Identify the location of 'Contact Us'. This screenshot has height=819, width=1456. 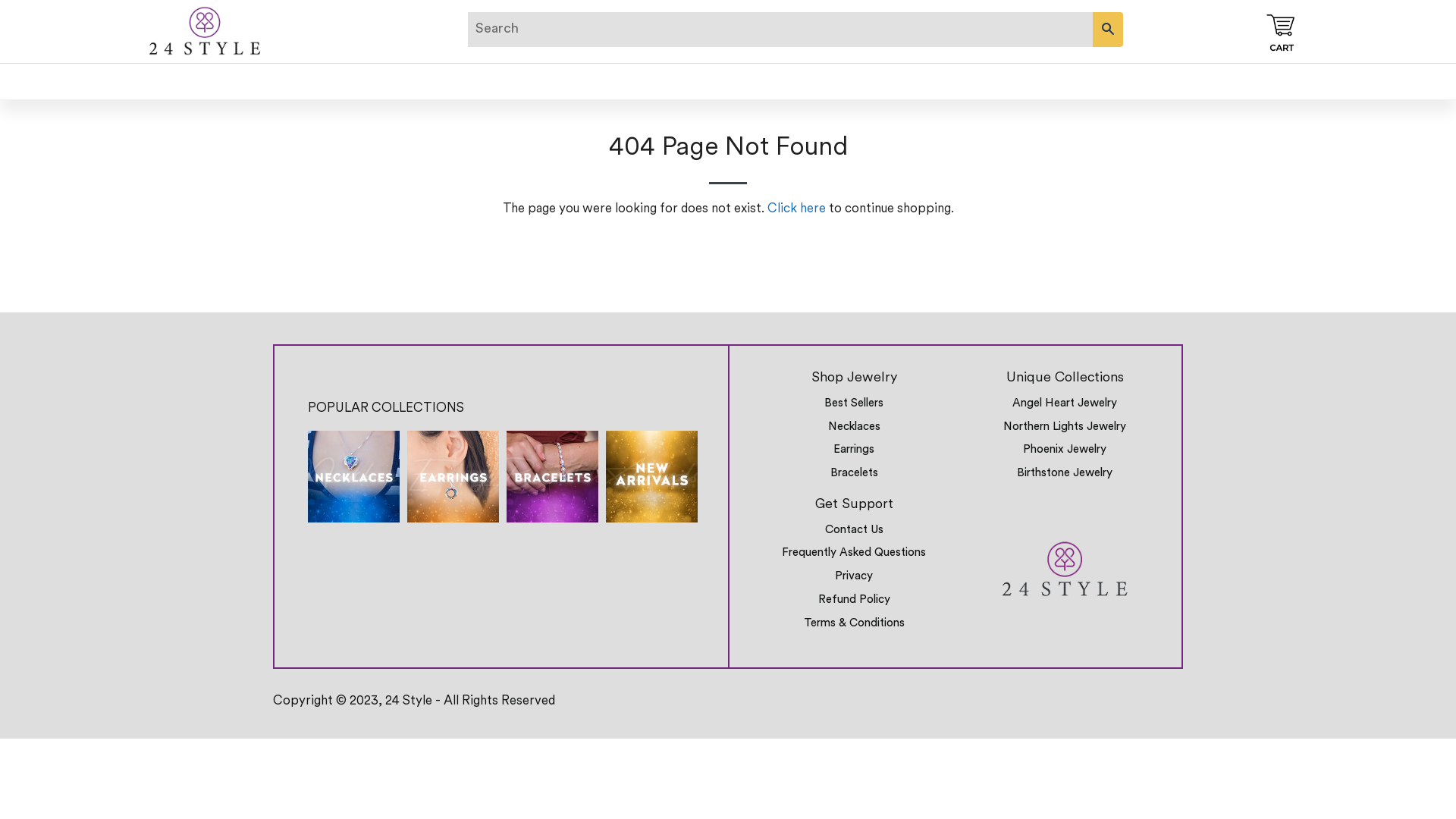
(854, 529).